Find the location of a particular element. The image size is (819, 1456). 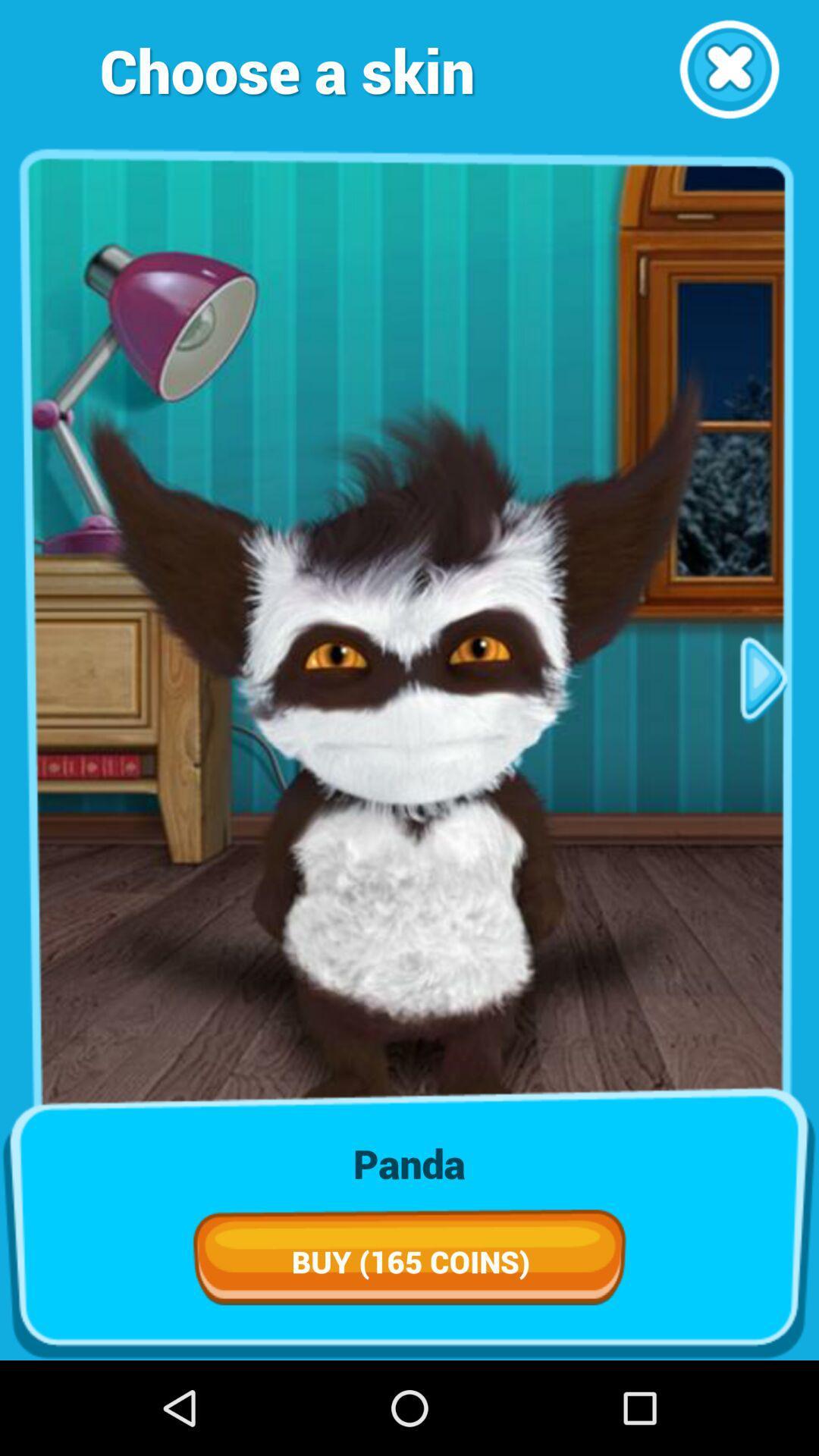

the close icon is located at coordinates (728, 74).